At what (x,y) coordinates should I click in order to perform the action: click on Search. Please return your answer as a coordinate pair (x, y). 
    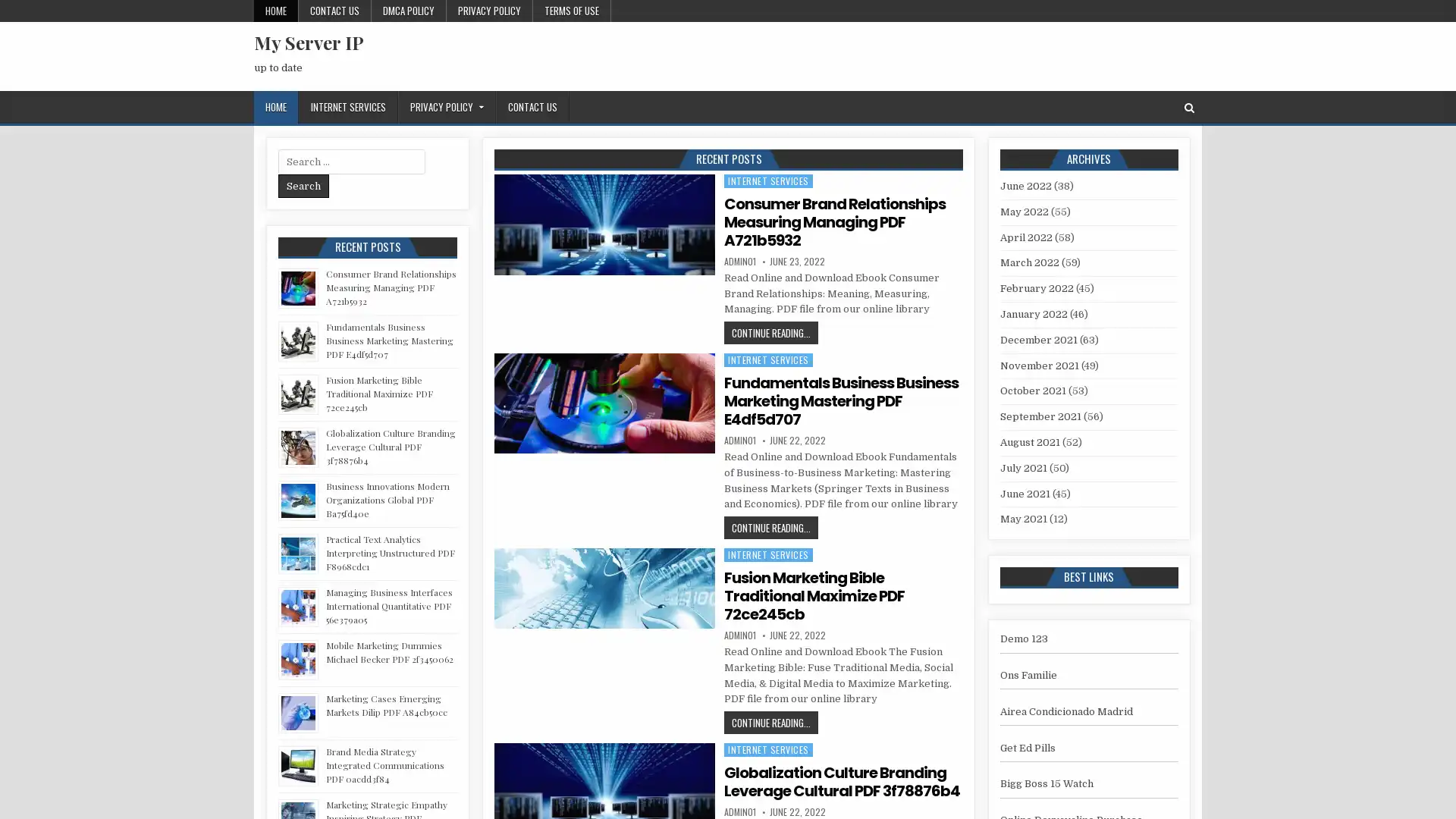
    Looking at the image, I should click on (303, 185).